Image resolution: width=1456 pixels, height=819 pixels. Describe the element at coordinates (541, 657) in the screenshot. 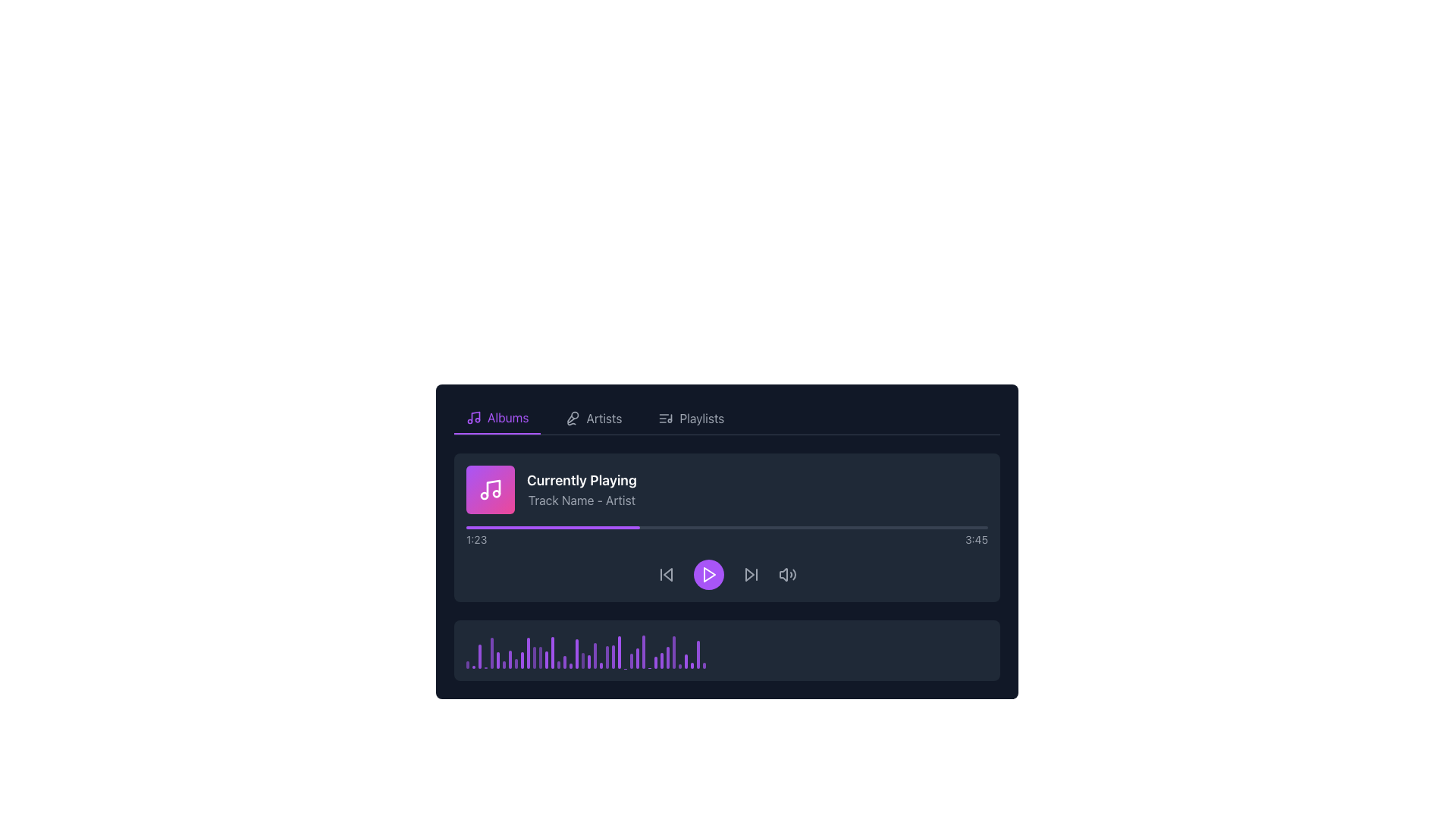

I see `the 13th vertical bar in the histogram-like visualization that represents a data point within a grid-like structure at the bottom section of the interface` at that location.